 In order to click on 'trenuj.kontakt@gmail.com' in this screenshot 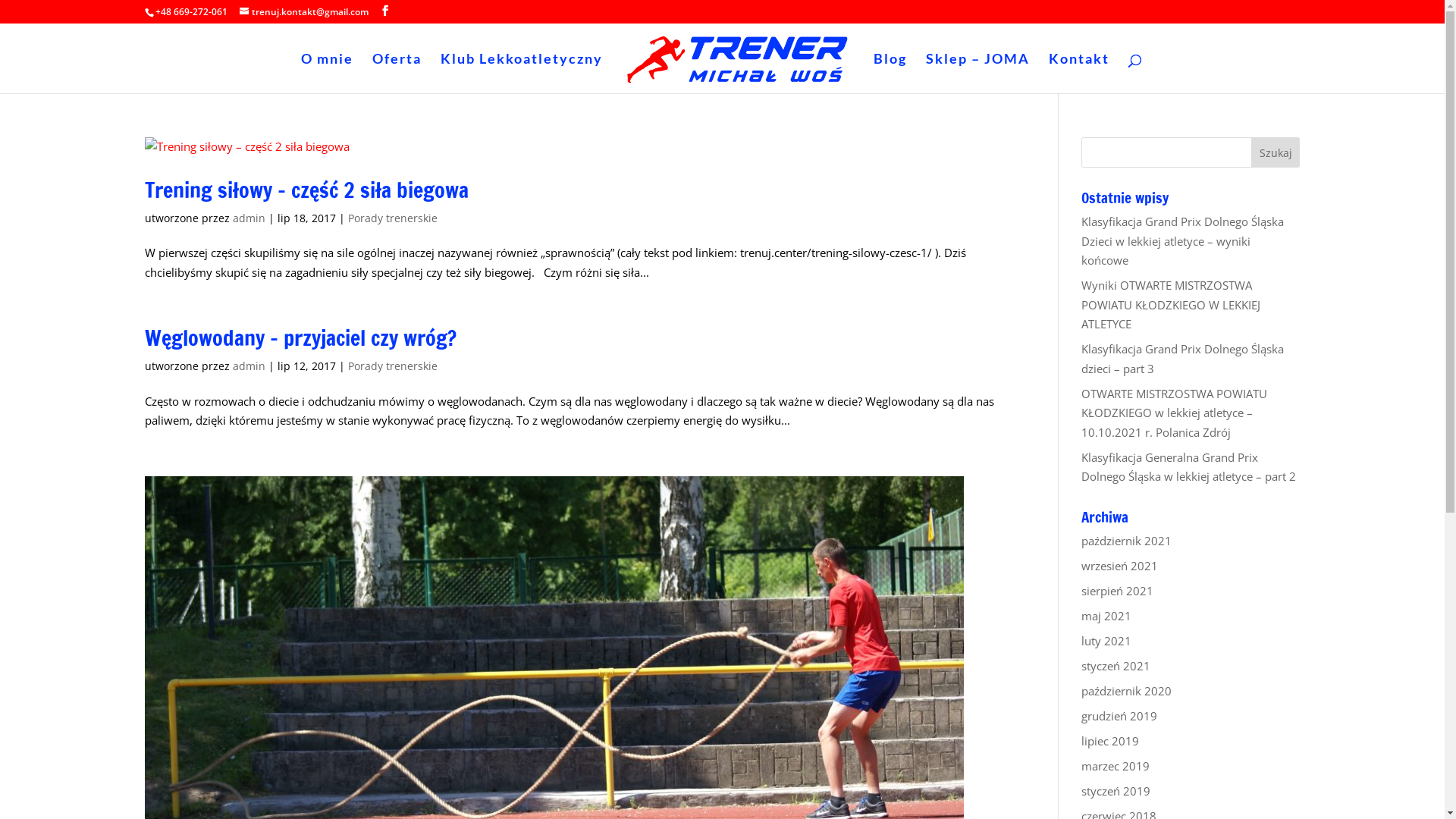, I will do `click(239, 11)`.